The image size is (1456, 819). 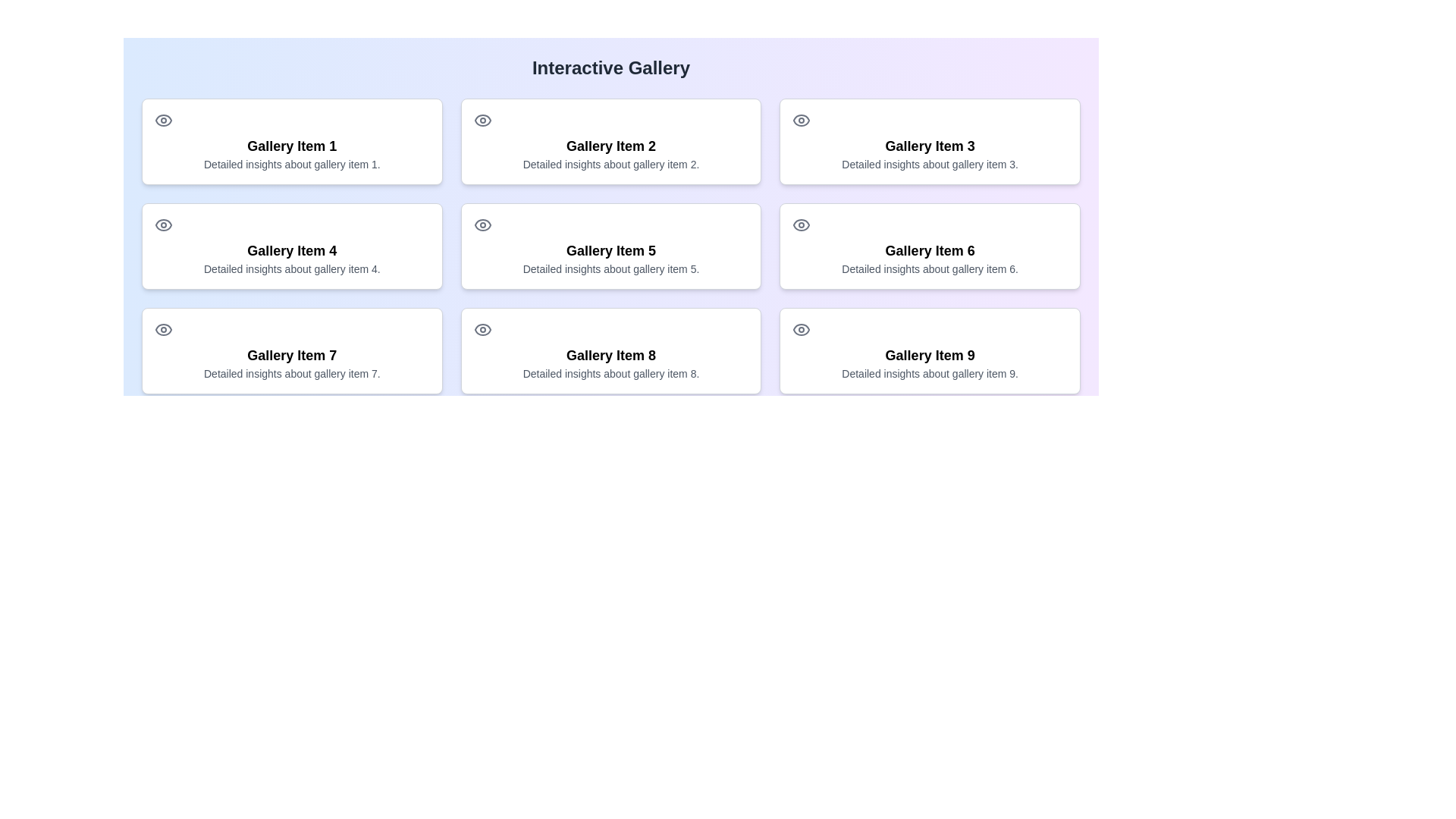 What do you see at coordinates (164, 329) in the screenshot?
I see `the eye icon vector graphic located in the third card of the leftmost column in the SVG illustration` at bounding box center [164, 329].